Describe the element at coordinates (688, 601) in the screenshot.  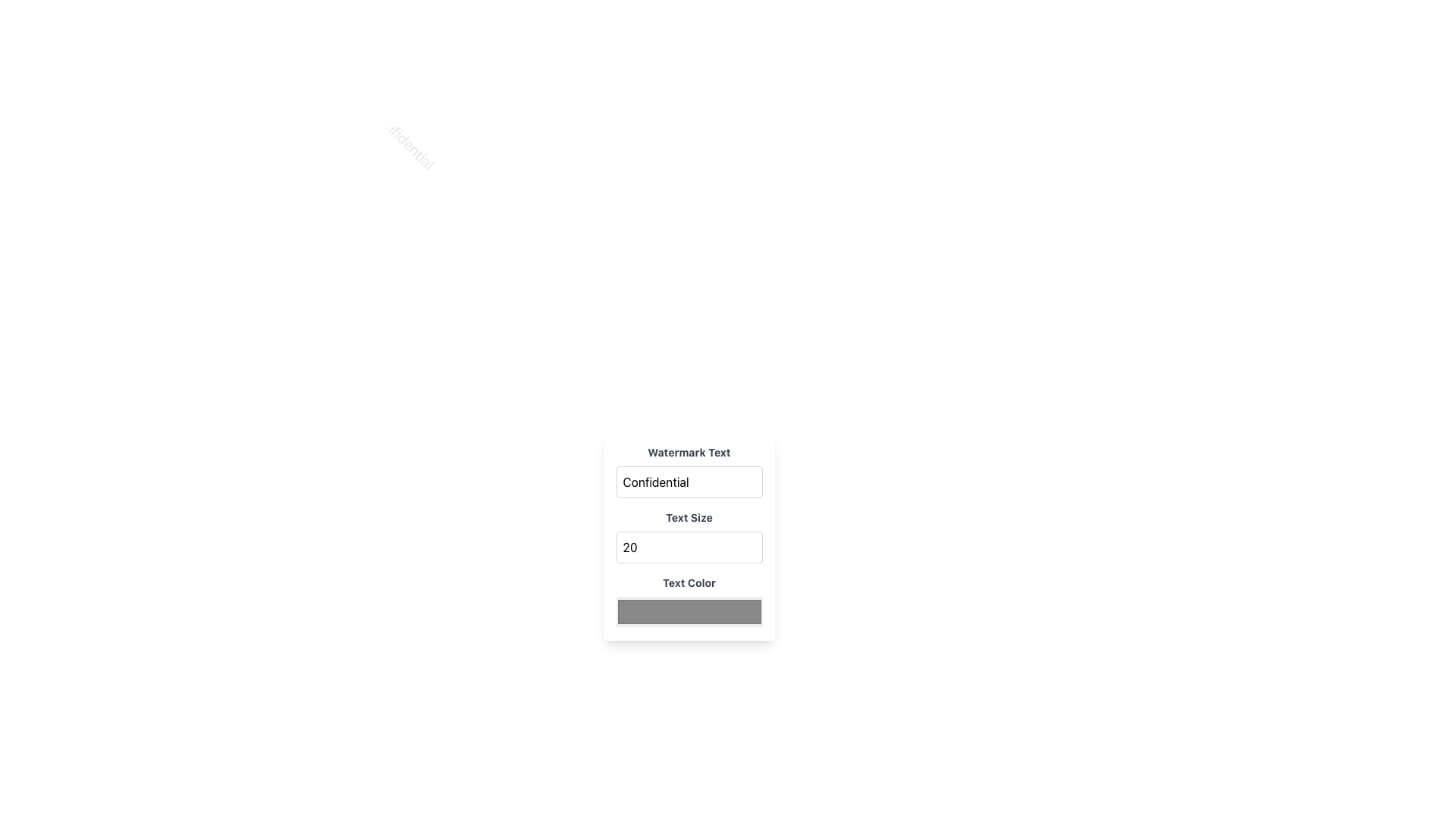
I see `the 'Text Color' color picker input` at that location.